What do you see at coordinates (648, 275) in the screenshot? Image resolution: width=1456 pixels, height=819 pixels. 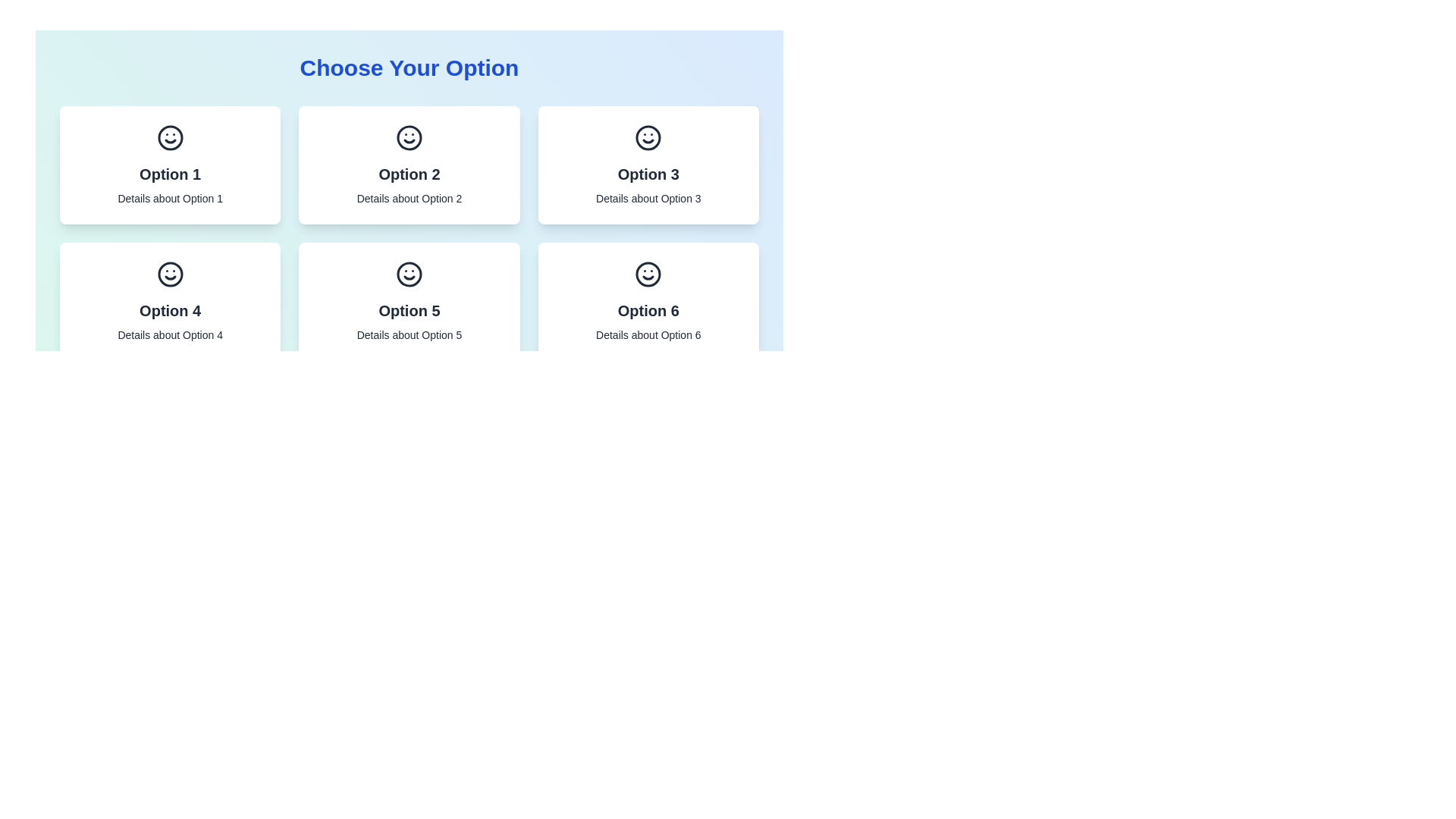 I see `the smiley face icon located at the top center of the card labeled 'Option 6', which is positioned in the bottom-right part of the grid` at bounding box center [648, 275].